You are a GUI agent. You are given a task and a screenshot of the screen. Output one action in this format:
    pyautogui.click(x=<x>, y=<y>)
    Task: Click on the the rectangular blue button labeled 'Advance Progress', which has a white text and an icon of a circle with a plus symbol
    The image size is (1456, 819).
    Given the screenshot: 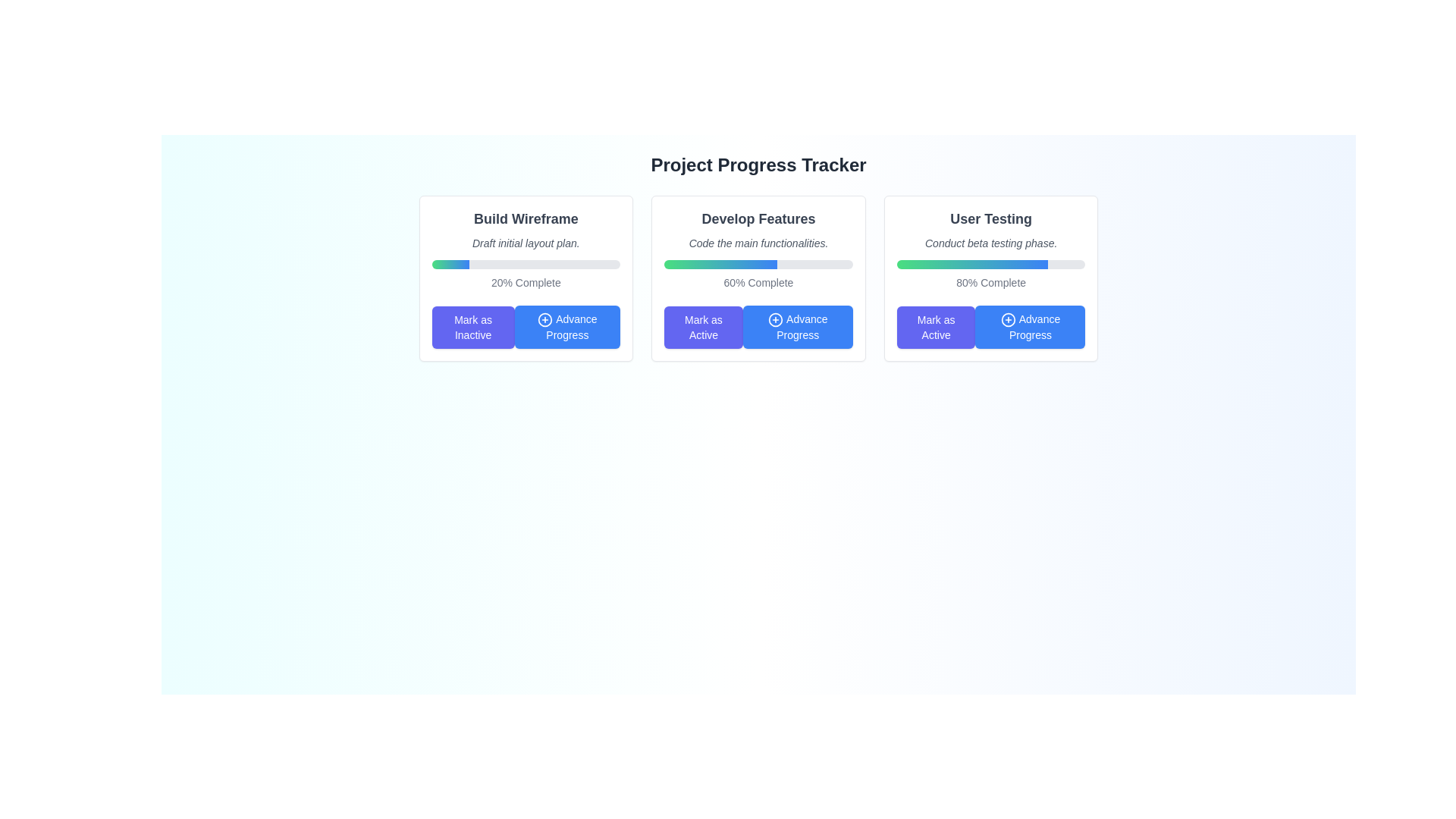 What is the action you would take?
    pyautogui.click(x=566, y=326)
    